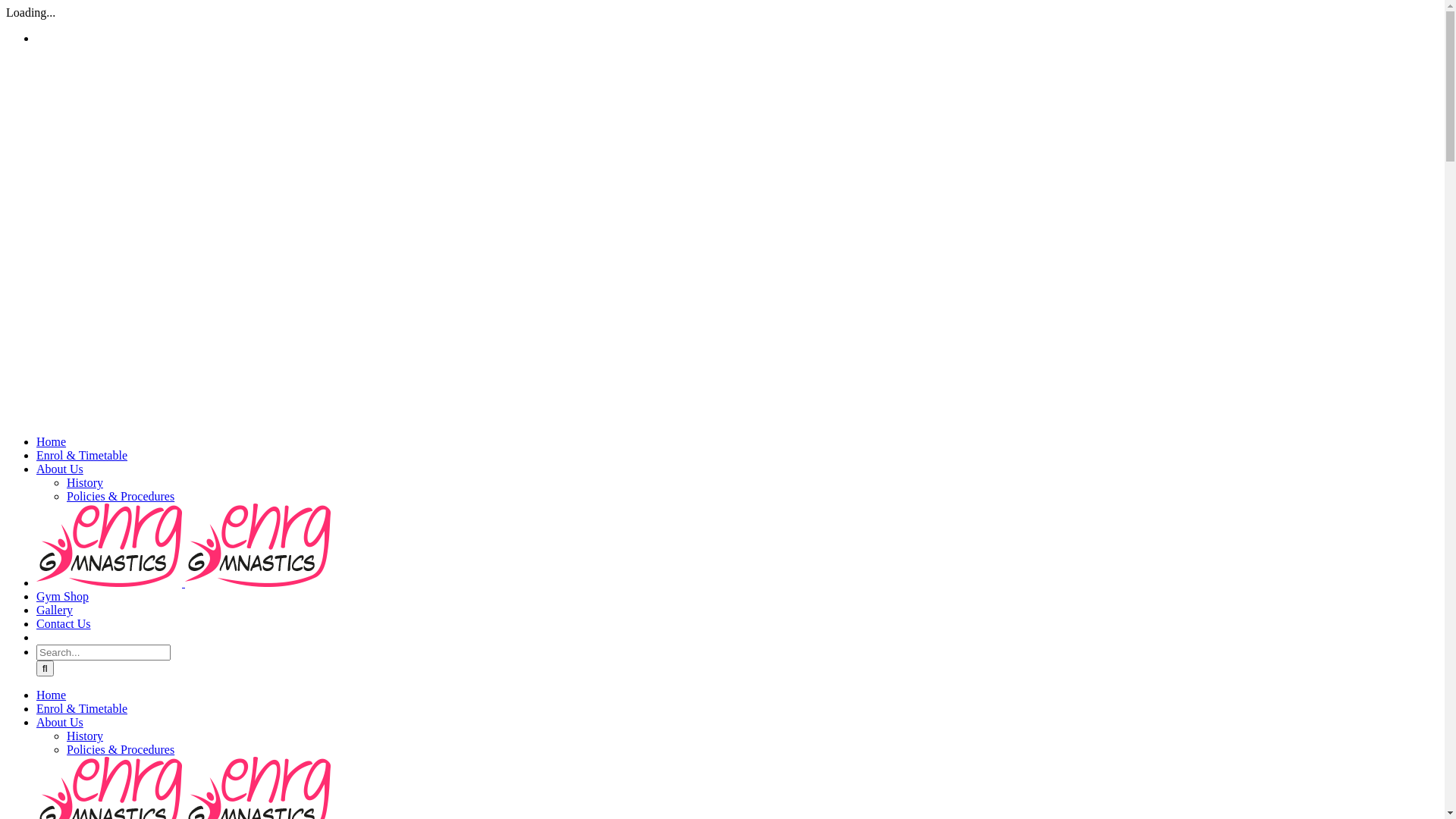 The width and height of the screenshot is (1456, 819). Describe the element at coordinates (59, 721) in the screenshot. I see `'About Us'` at that location.